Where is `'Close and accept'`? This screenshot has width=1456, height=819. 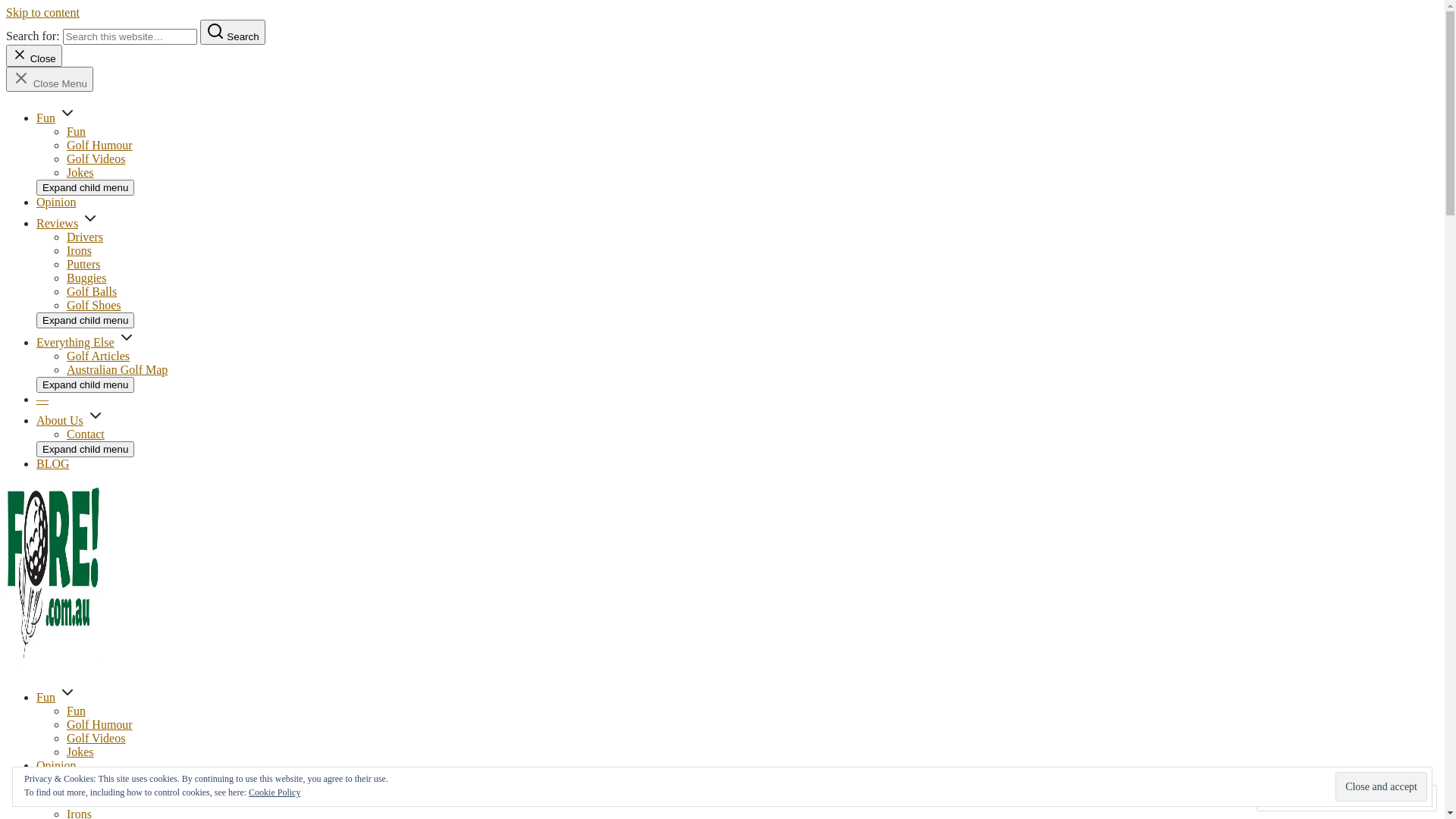 'Close and accept' is located at coordinates (1335, 786).